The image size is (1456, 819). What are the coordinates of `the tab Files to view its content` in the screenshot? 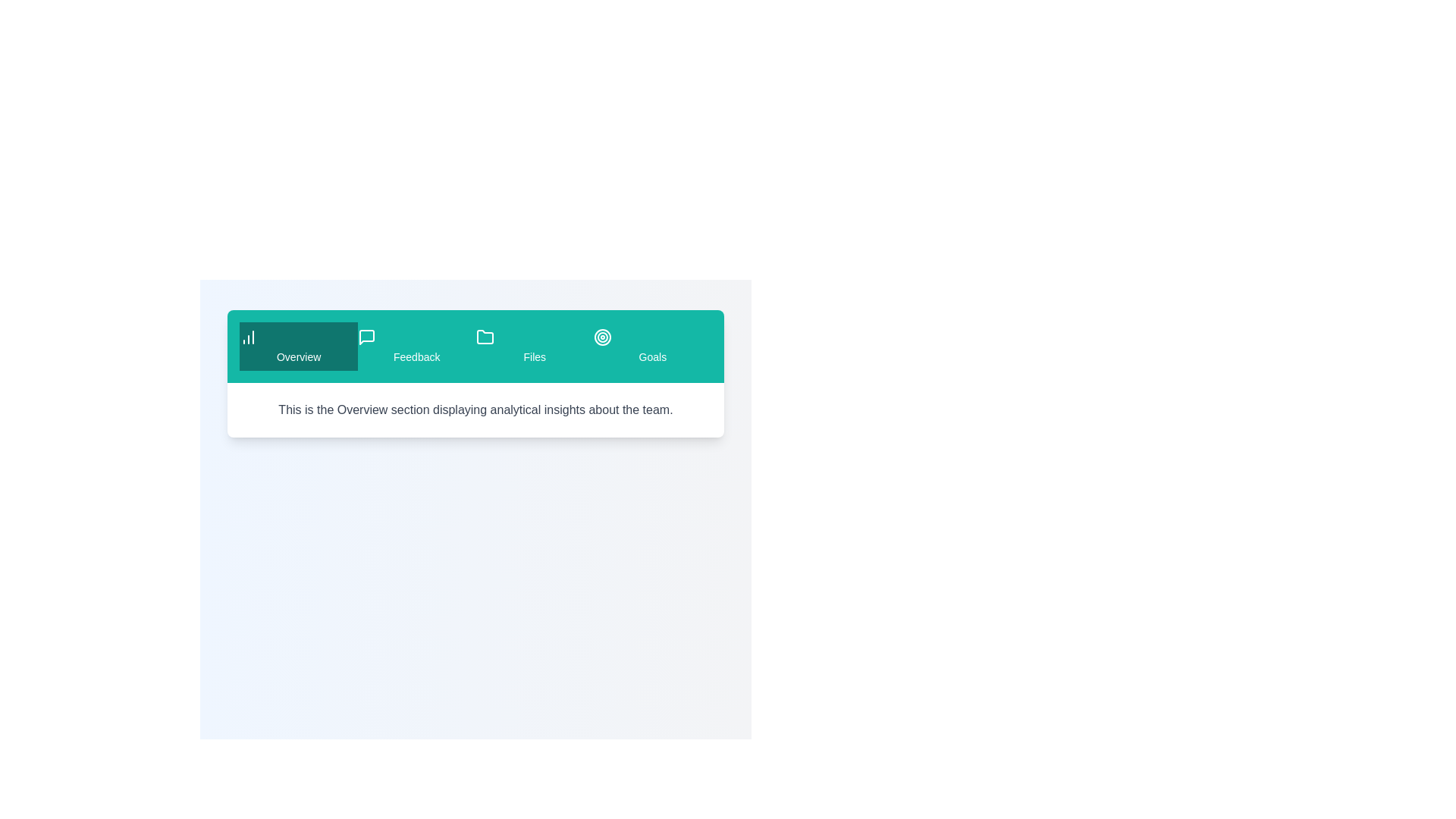 It's located at (535, 346).